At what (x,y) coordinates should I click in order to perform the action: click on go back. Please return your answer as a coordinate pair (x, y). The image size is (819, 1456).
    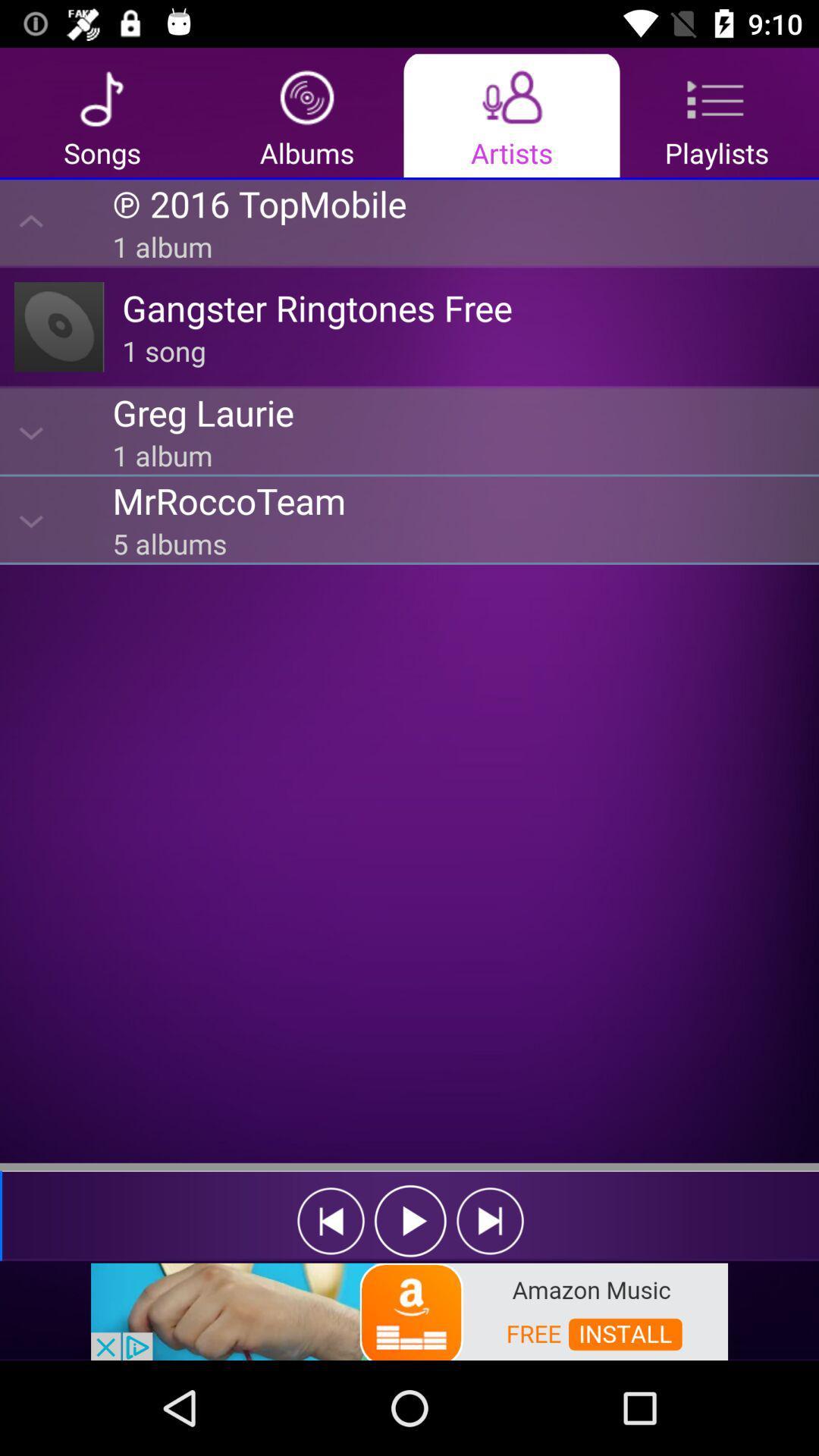
    Looking at the image, I should click on (330, 1221).